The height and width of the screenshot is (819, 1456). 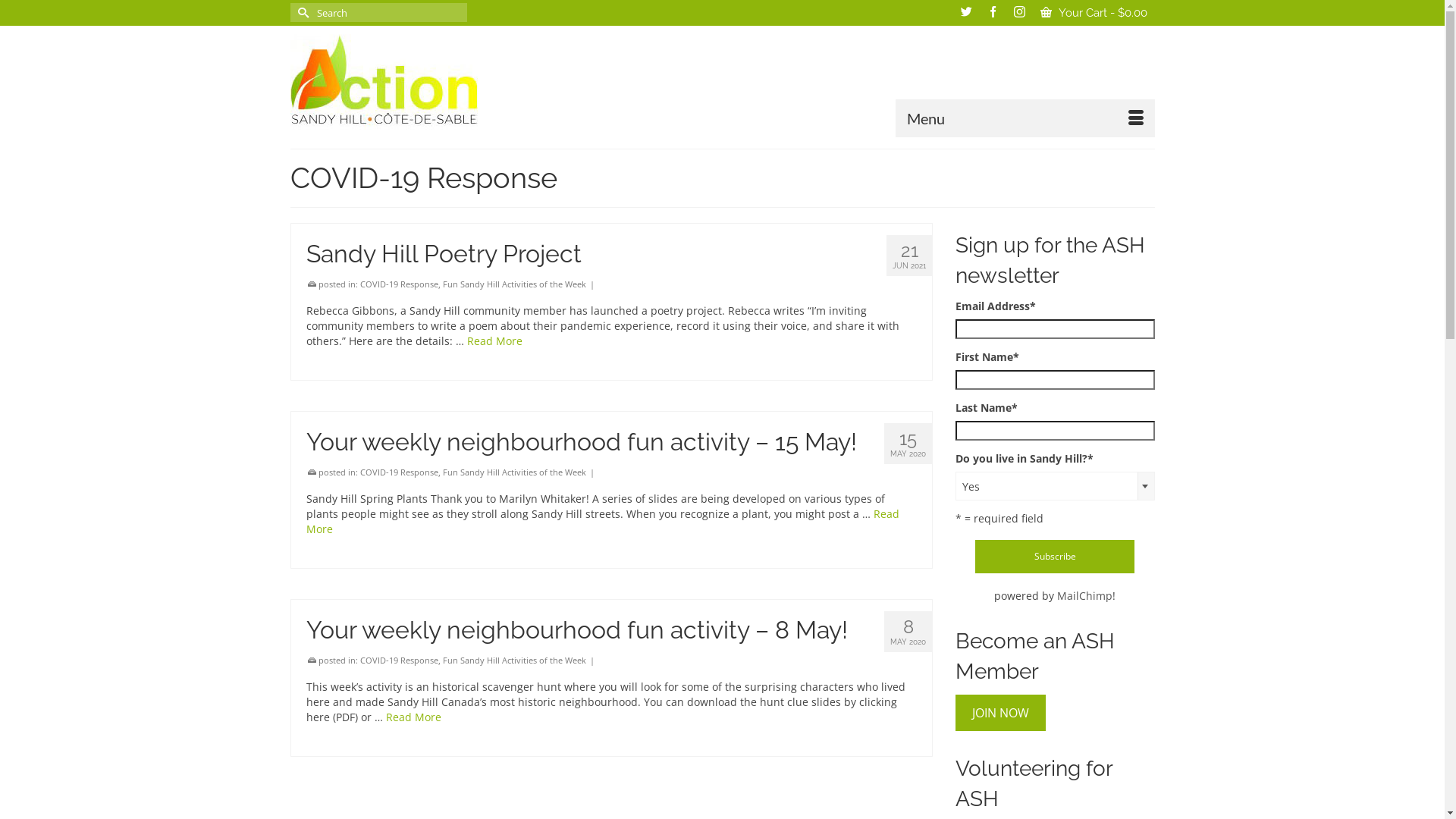 I want to click on 'Fun Sandy Hill Activities of the Week', so click(x=514, y=284).